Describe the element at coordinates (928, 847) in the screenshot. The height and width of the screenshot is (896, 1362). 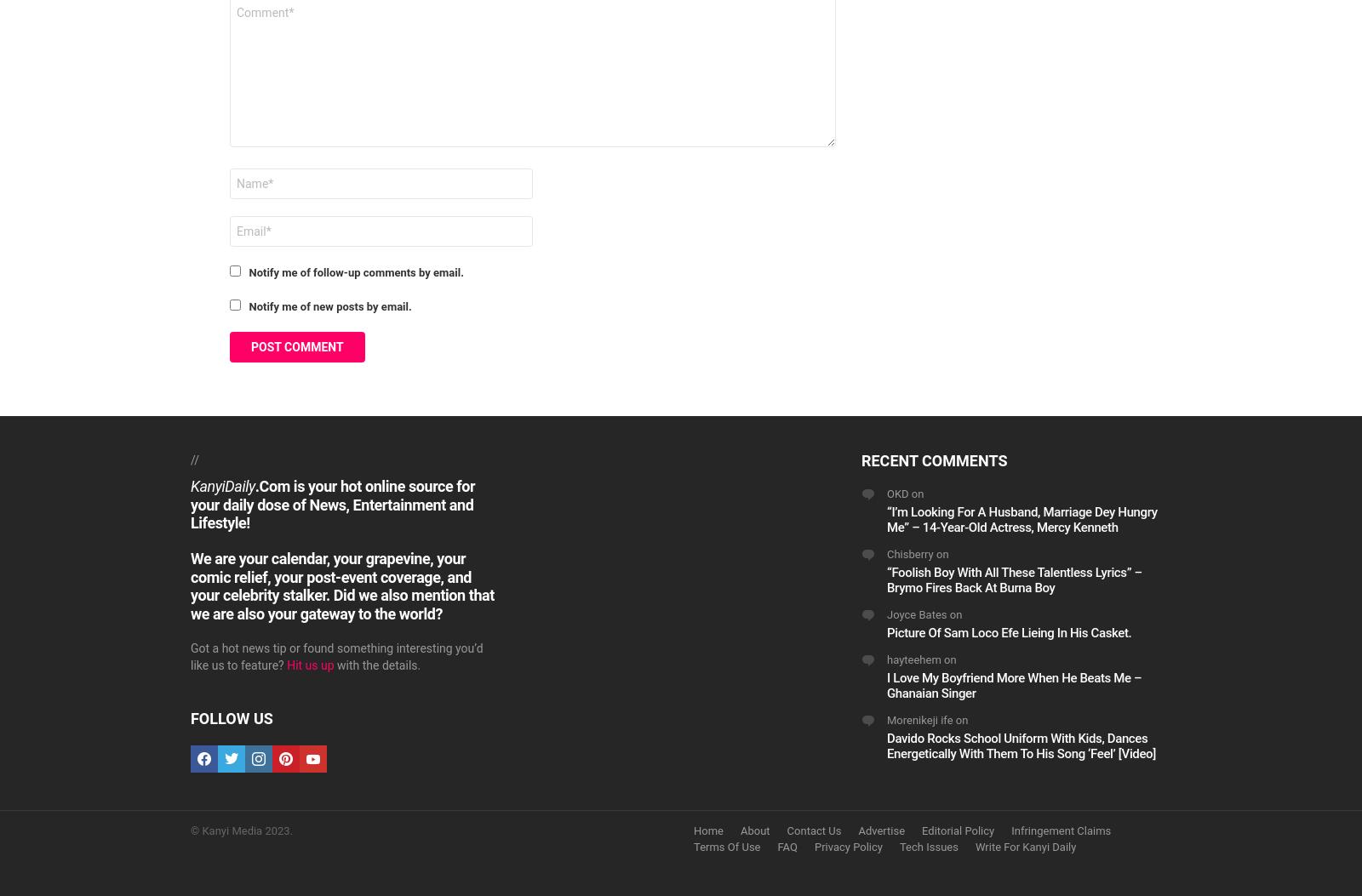
I see `'Tech Issues'` at that location.